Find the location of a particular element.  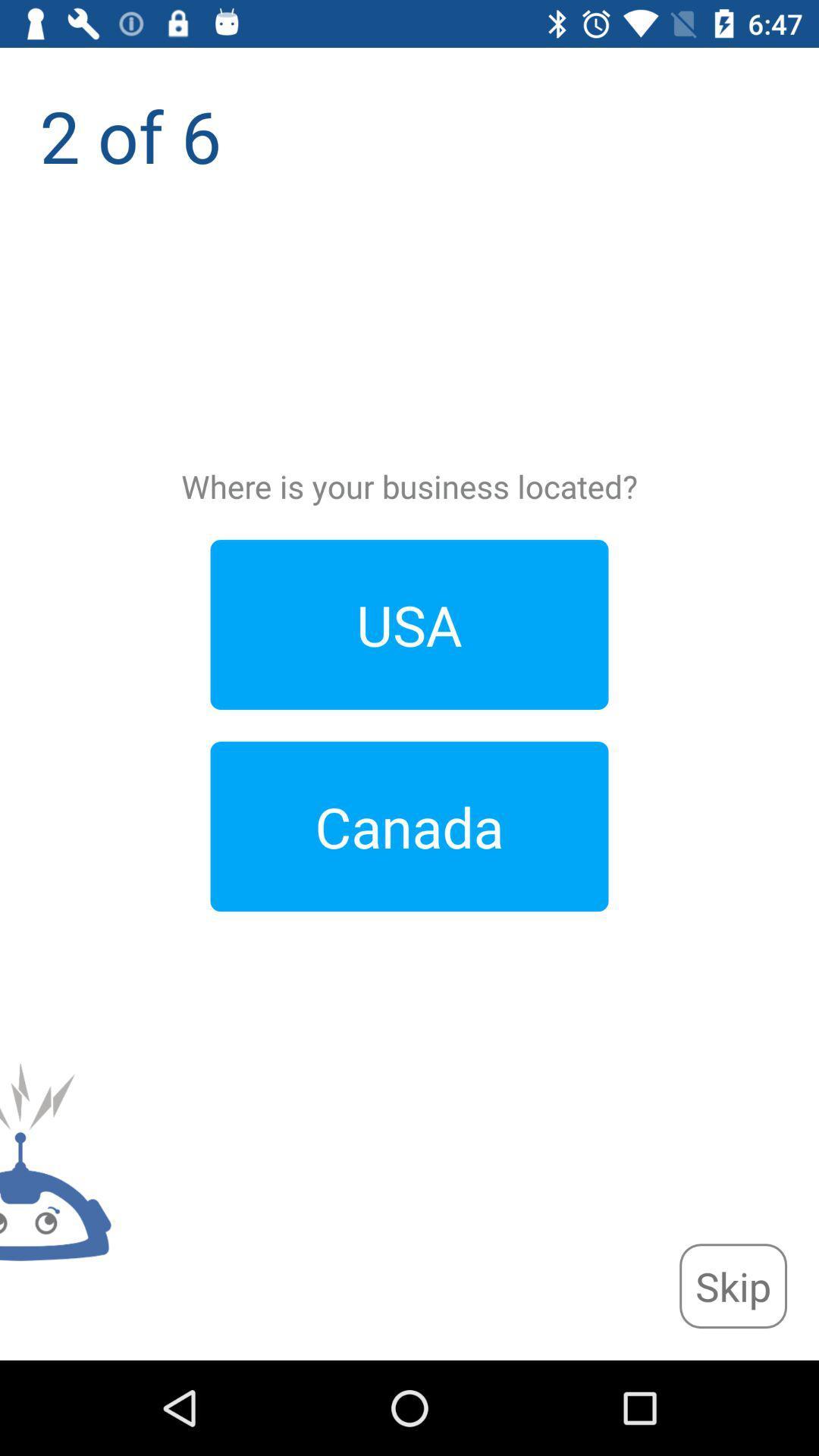

the item above the canada icon is located at coordinates (409, 624).